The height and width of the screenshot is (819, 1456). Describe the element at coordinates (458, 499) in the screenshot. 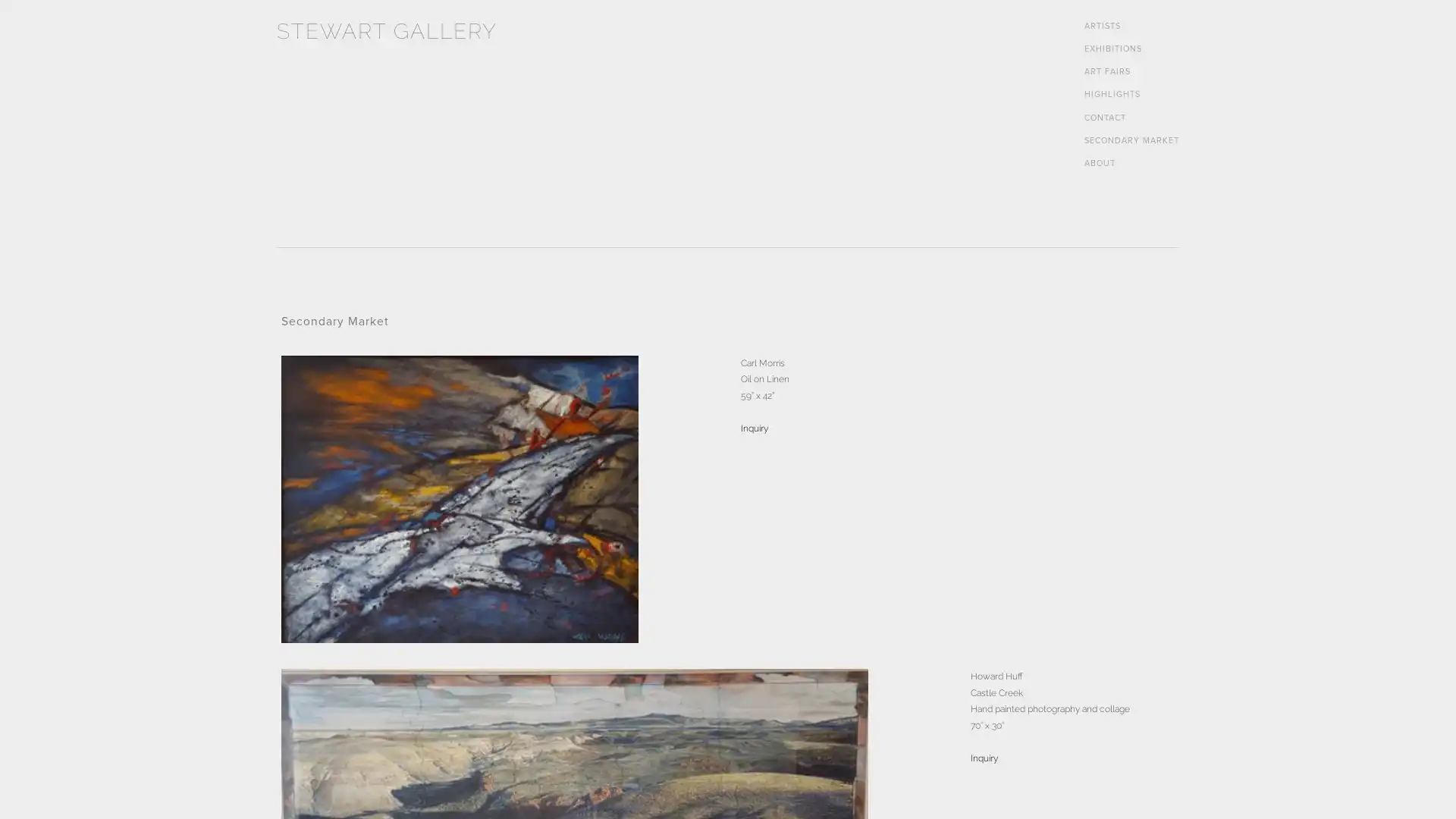

I see `View fullsize` at that location.